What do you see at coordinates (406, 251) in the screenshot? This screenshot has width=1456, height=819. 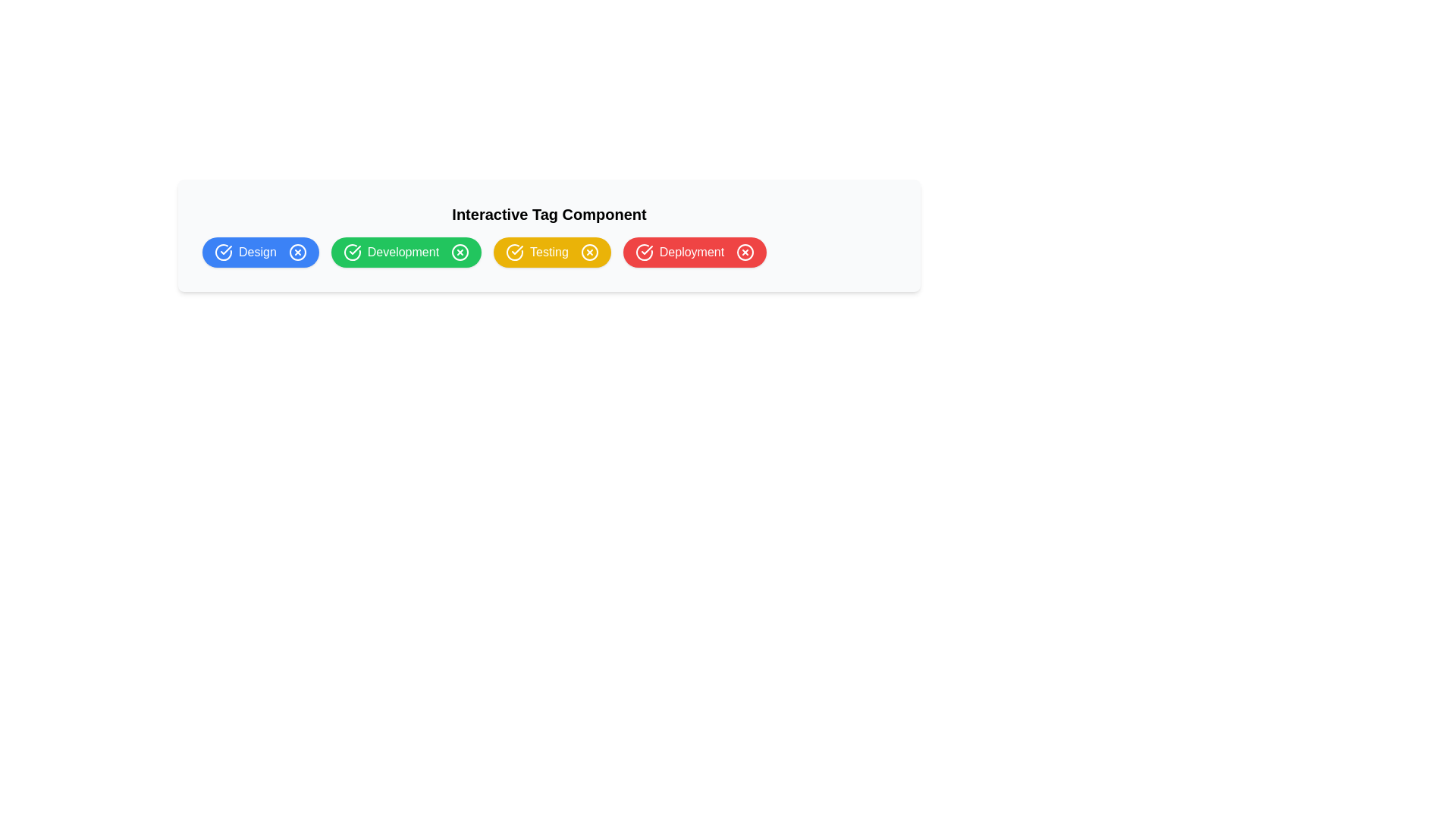 I see `the 'Development' tag component, which is the second button from the left in a group of four buttons, positioned between the 'Design' button (blue background) and the 'Testing' button (yellow background)` at bounding box center [406, 251].